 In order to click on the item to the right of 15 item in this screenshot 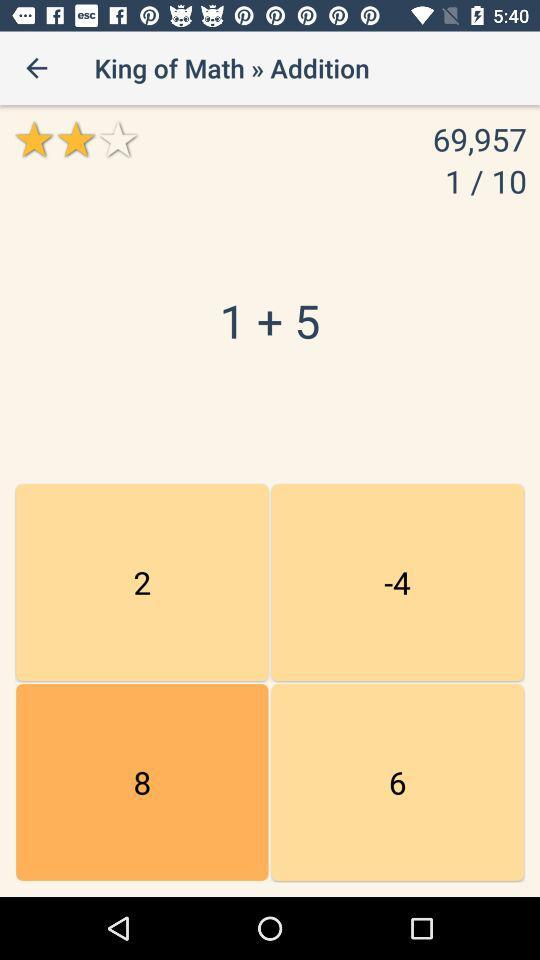, I will do `click(397, 582)`.